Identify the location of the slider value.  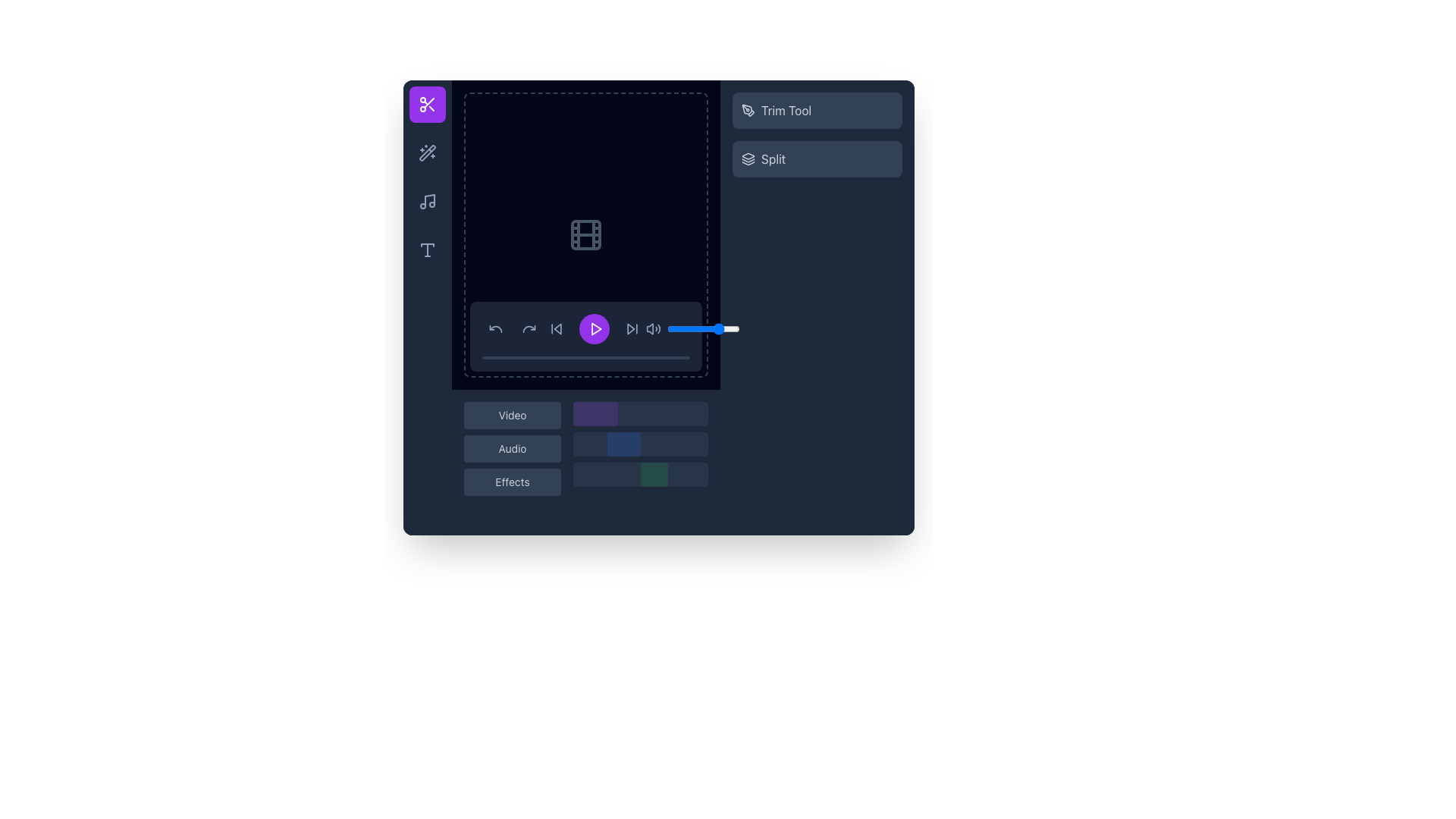
(733, 328).